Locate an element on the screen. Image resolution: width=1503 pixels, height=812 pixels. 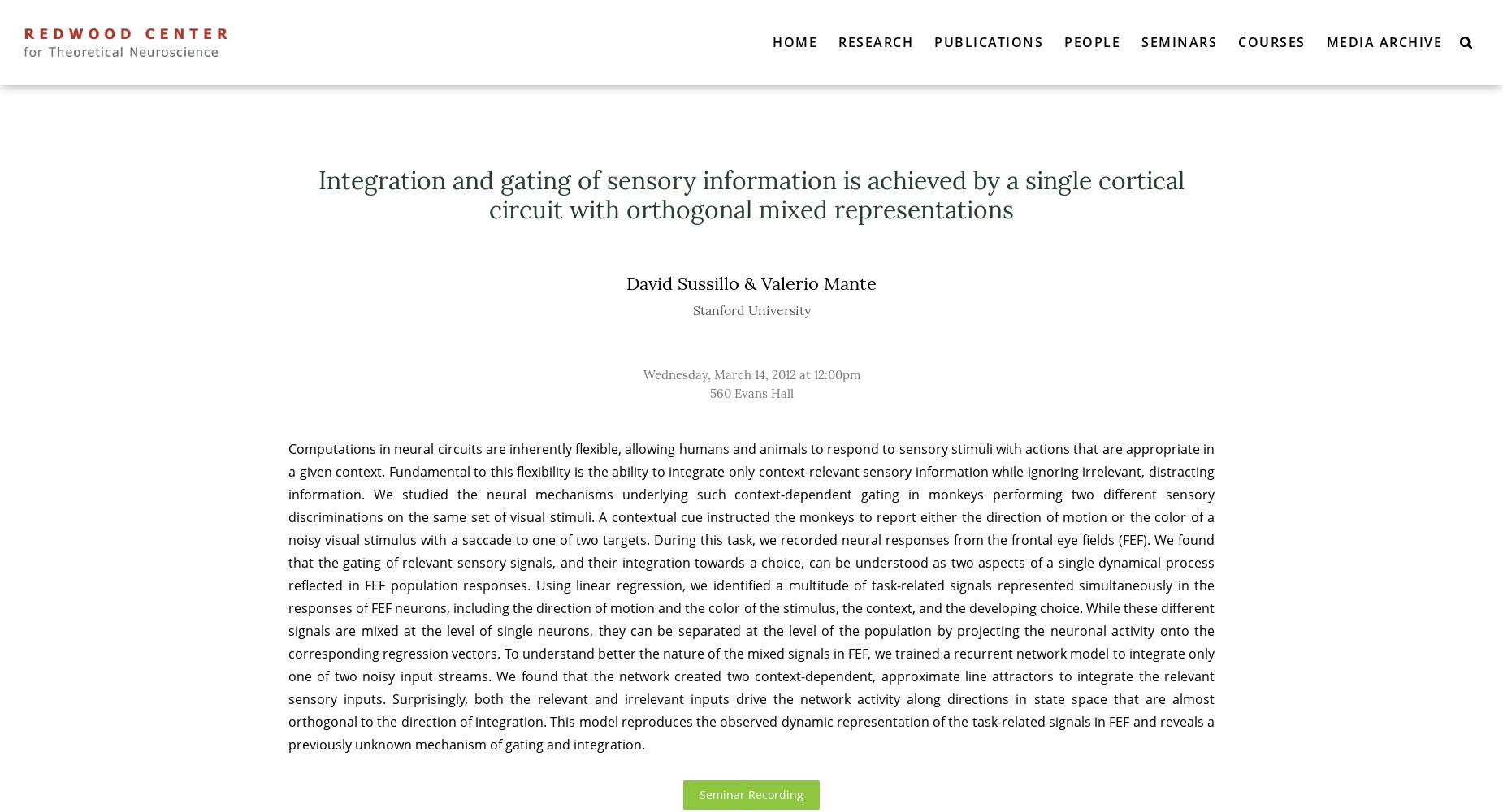
'Computations in neural circuits are inherently flexible, allowing humans and animals to respond to sensory stimuli with actions that are appropriate in a given context. Fundamental to this flexibility is the ability to integrate only context-relevant sensory information while ignoring irrelevant, distracting information. We studied the neural mechanisms underlying such context-dependent gating in monkeys performing two different sensory discriminations on the same set of visual stimuli. A contextual cue instructed the monkeys to report either the direction of motion or the color of a noisy visual stimulus with a saccade to one of two targets. During this task, we recorded neural responses from the frontal eye fields (FEF). We found that the gating of relevant sensory signals, and their integration towards a choice, can be understood as two aspects of a single dynamical process reflected in FEF population responses. Using linear regression, we identified a multitude of task-related signals represented simultaneously in the responses of FEF neurons, including the direction of motion and the color of the stimulus, the context, and the developing choice. While these different signals are mixed at the level of single neurons, they can be separated at the level of the population by projecting the neuronal activity onto the corresponding regression vectors. To understand better the nature of the mixed signals in FEF, we trained a recurrent network model to integrate only one of two noisy input streams. We found that the network created two context-dependent, approximate line attractors to integrate the relevant sensory inputs. Surprisingly, both the relevant and irrelevant inputs drive the network activity along directions in state space that are almost orthogonal to the direction of integration. This model reproduces the observed dynamic representation of the task-related signals in FEF and reveals a previously unknown mechanism of gating and integration.' is located at coordinates (751, 595).